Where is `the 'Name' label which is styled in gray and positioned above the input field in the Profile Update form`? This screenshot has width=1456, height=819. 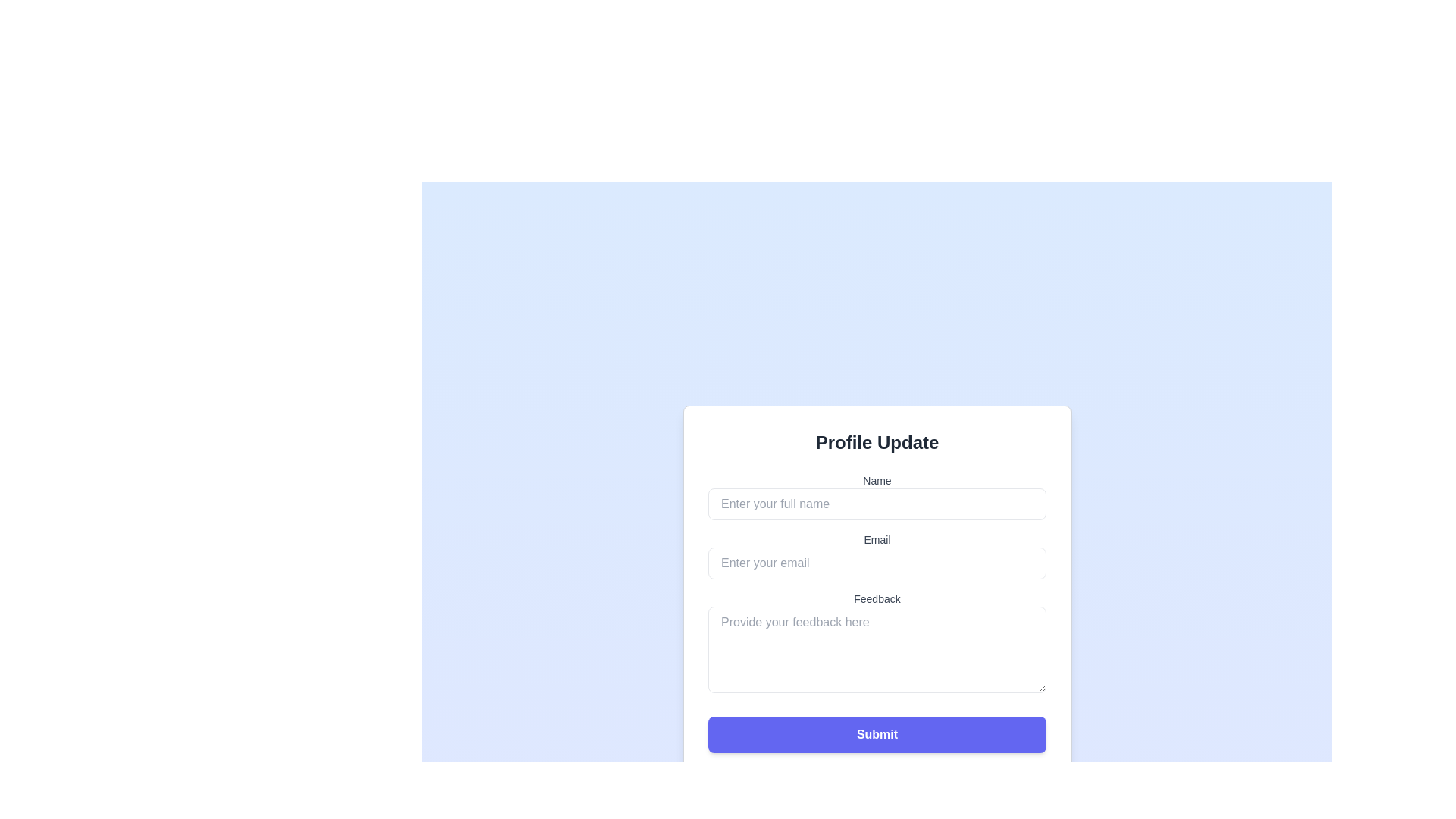 the 'Name' label which is styled in gray and positioned above the input field in the Profile Update form is located at coordinates (877, 479).